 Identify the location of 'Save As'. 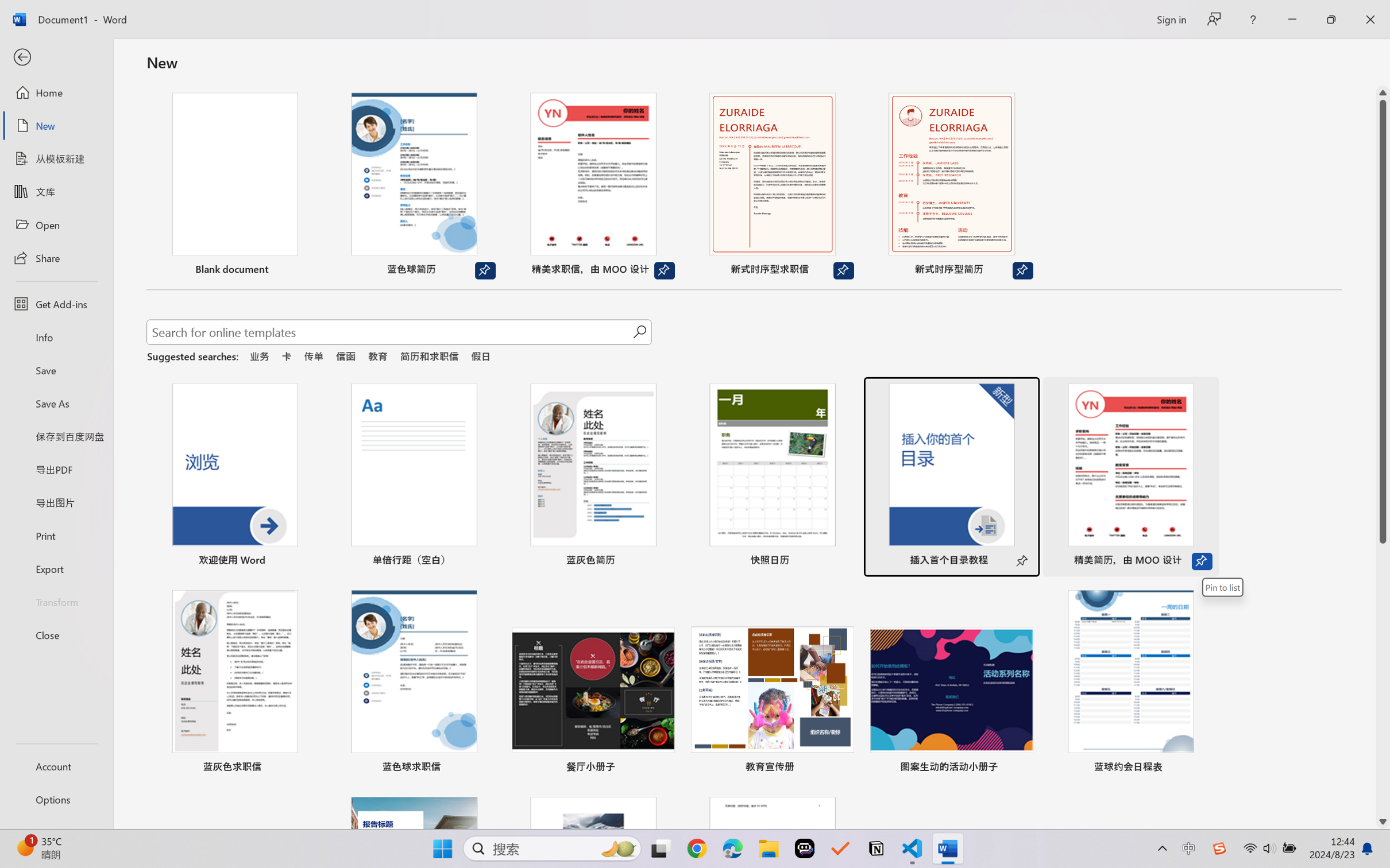
(56, 403).